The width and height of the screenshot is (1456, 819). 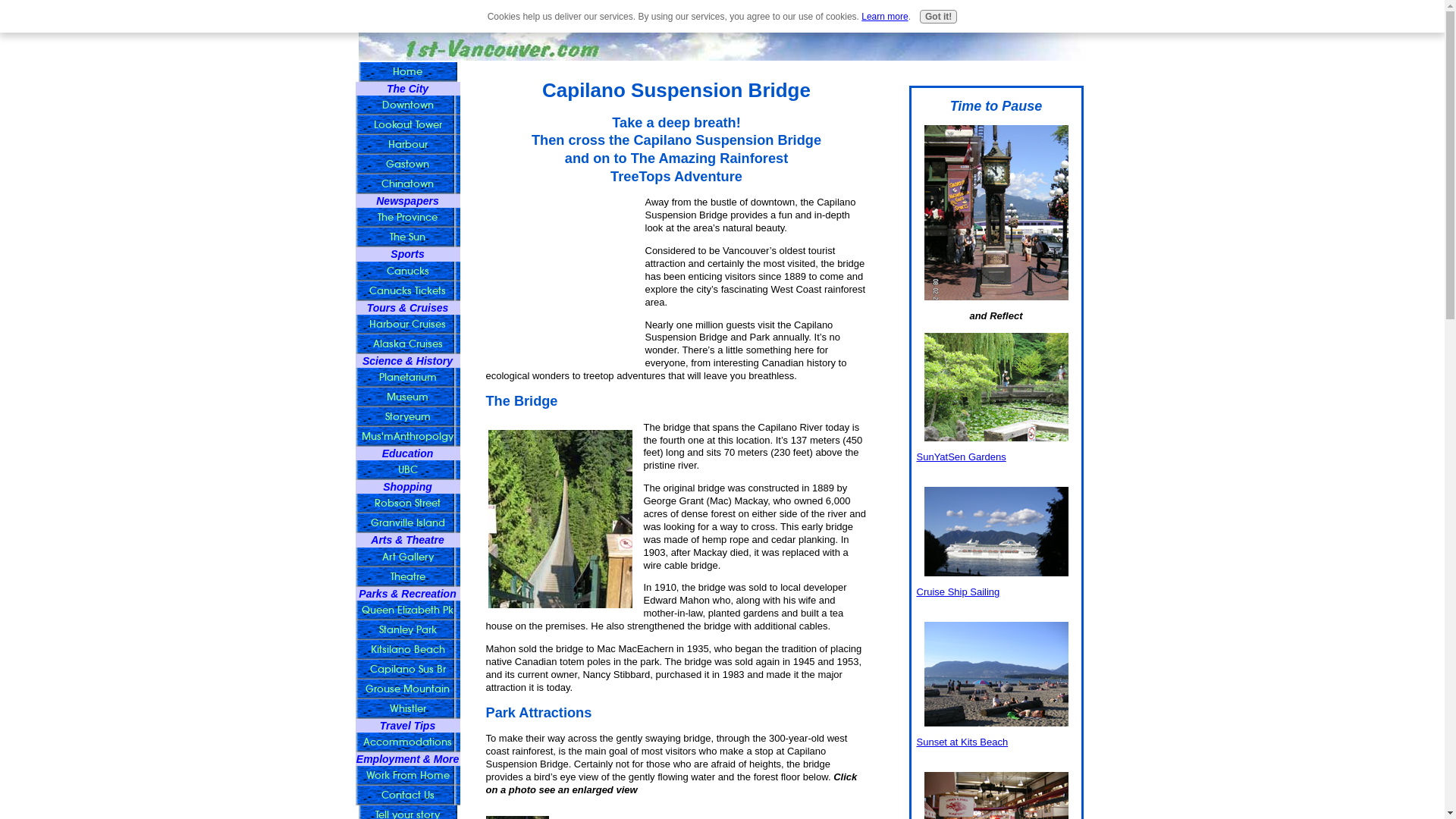 I want to click on 'SunYatSen Garden', so click(x=996, y=386).